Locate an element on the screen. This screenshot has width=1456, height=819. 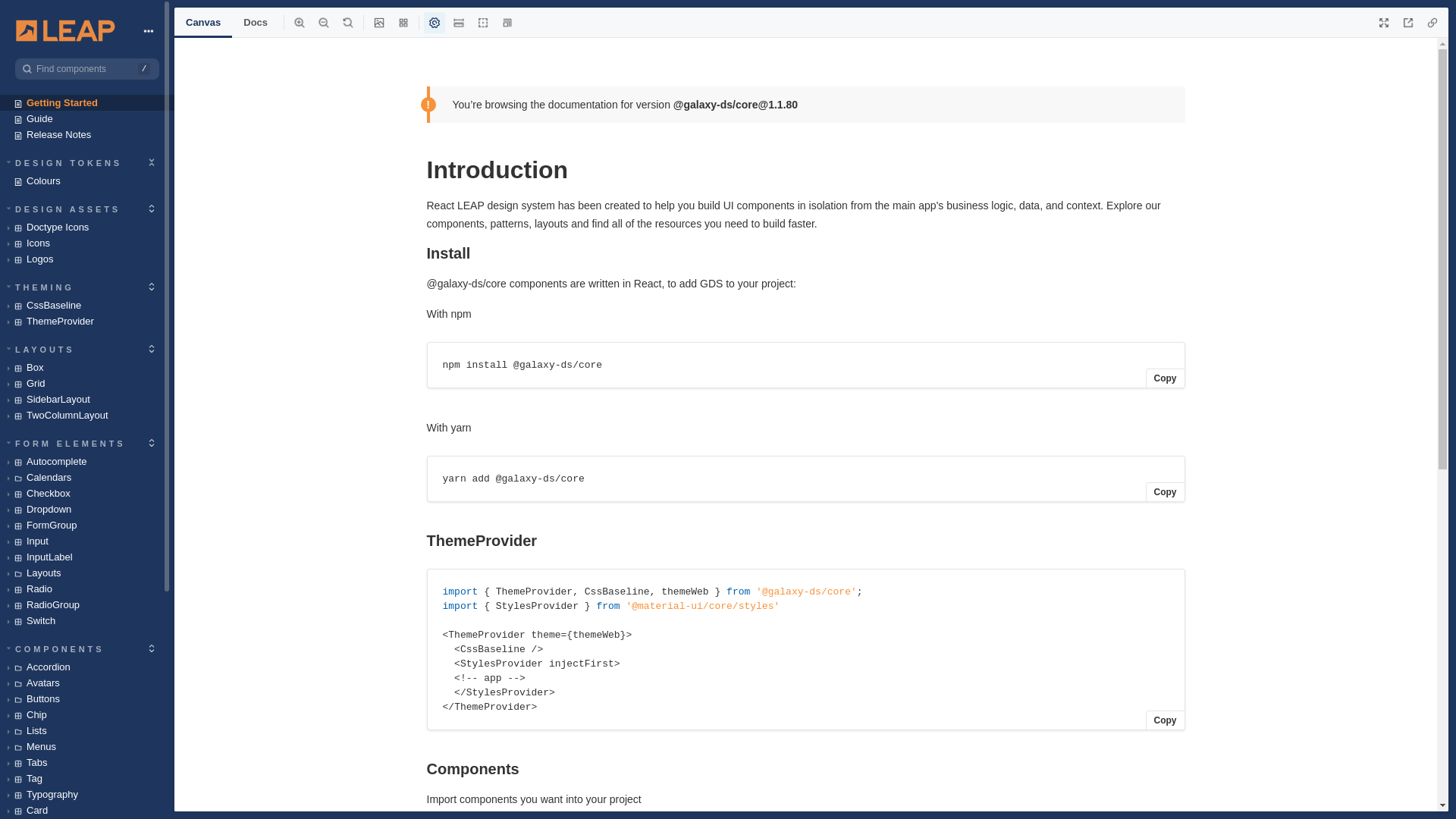
'Logos' is located at coordinates (86, 258).